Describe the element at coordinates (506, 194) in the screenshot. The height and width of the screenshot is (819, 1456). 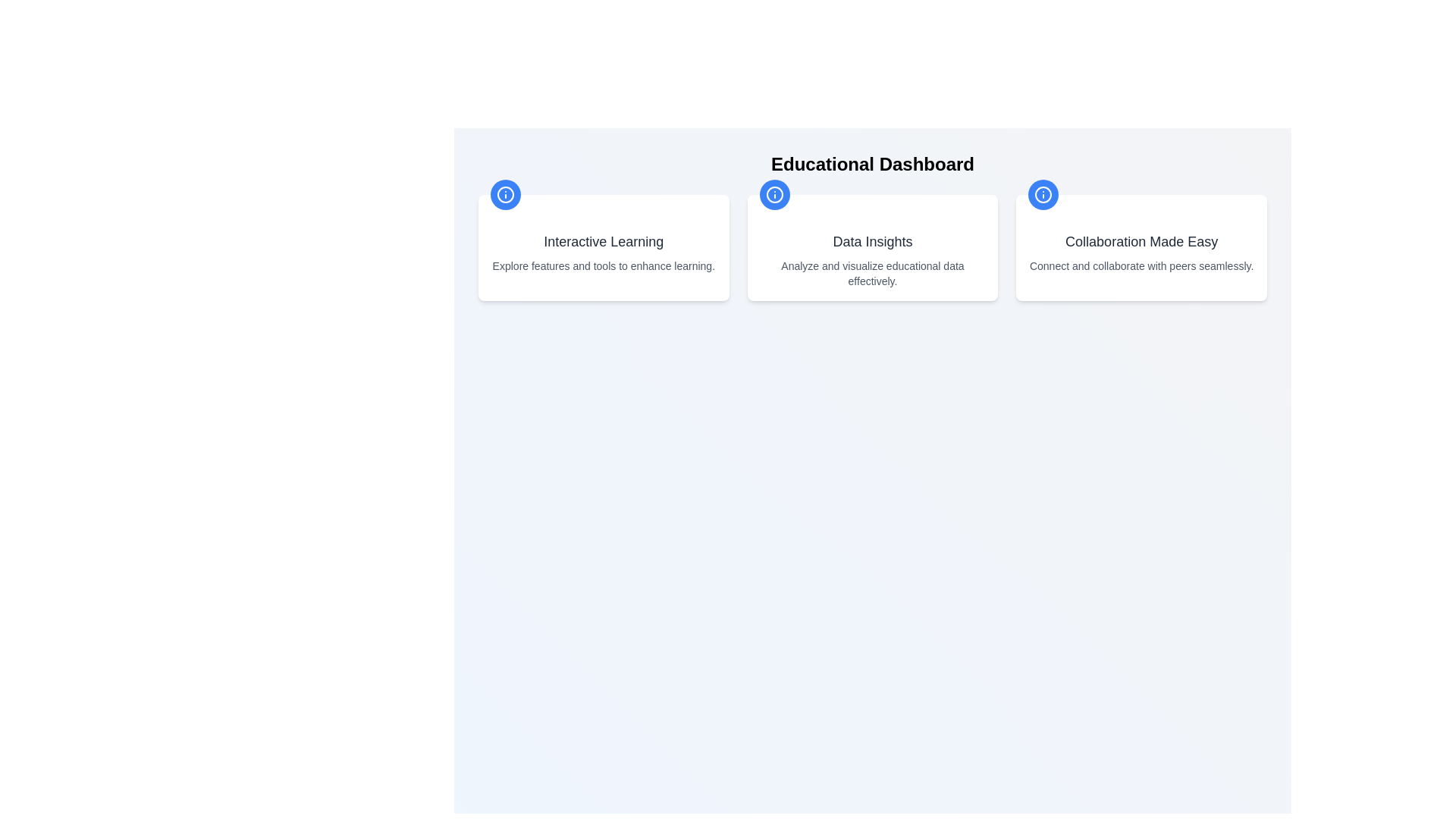
I see `the graphical context of the decorative icon positioned at the top-left corner of the 'Interactive Learning' card` at that location.